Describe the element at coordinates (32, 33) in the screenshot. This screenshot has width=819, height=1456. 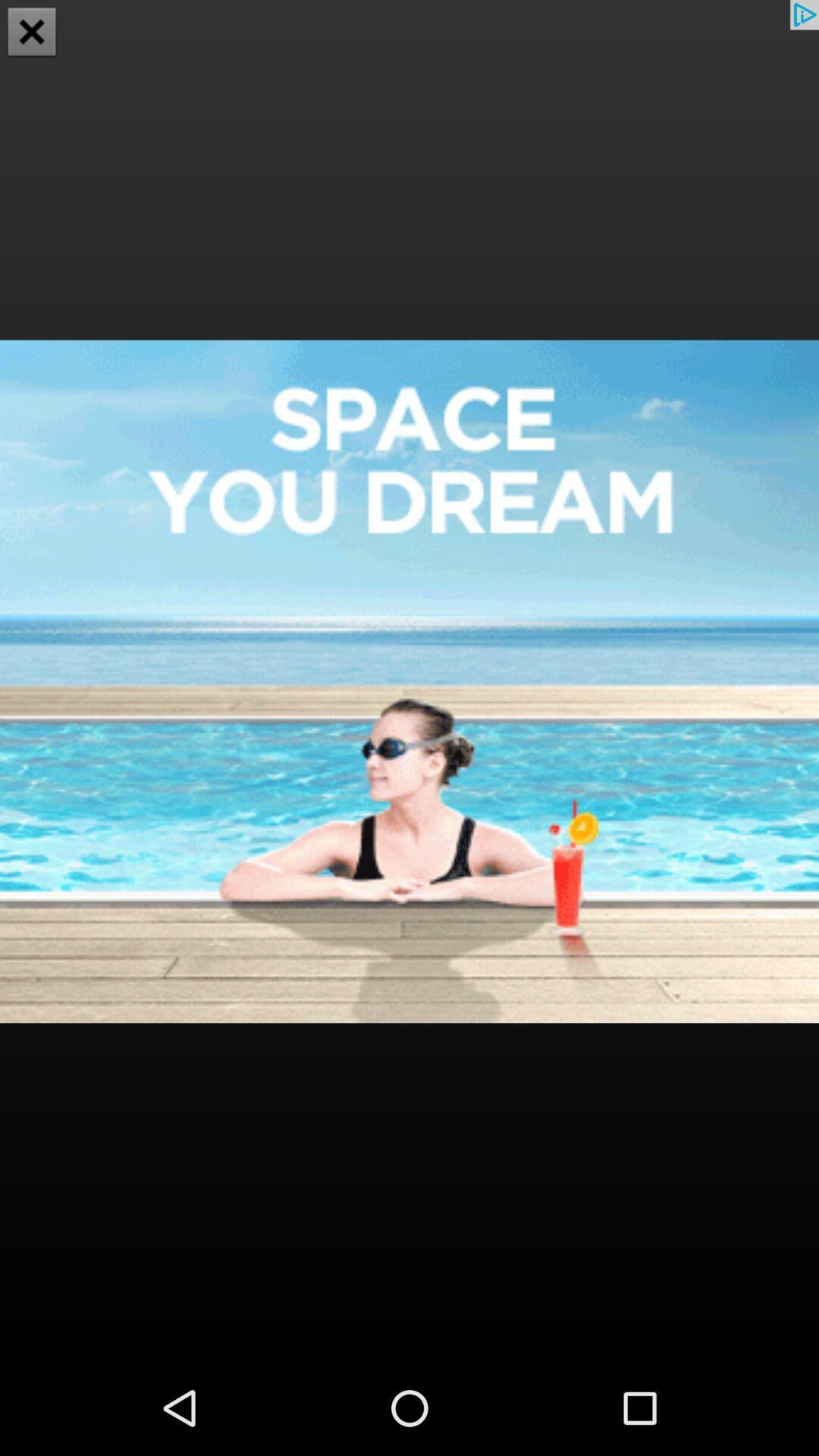
I see `the close icon` at that location.